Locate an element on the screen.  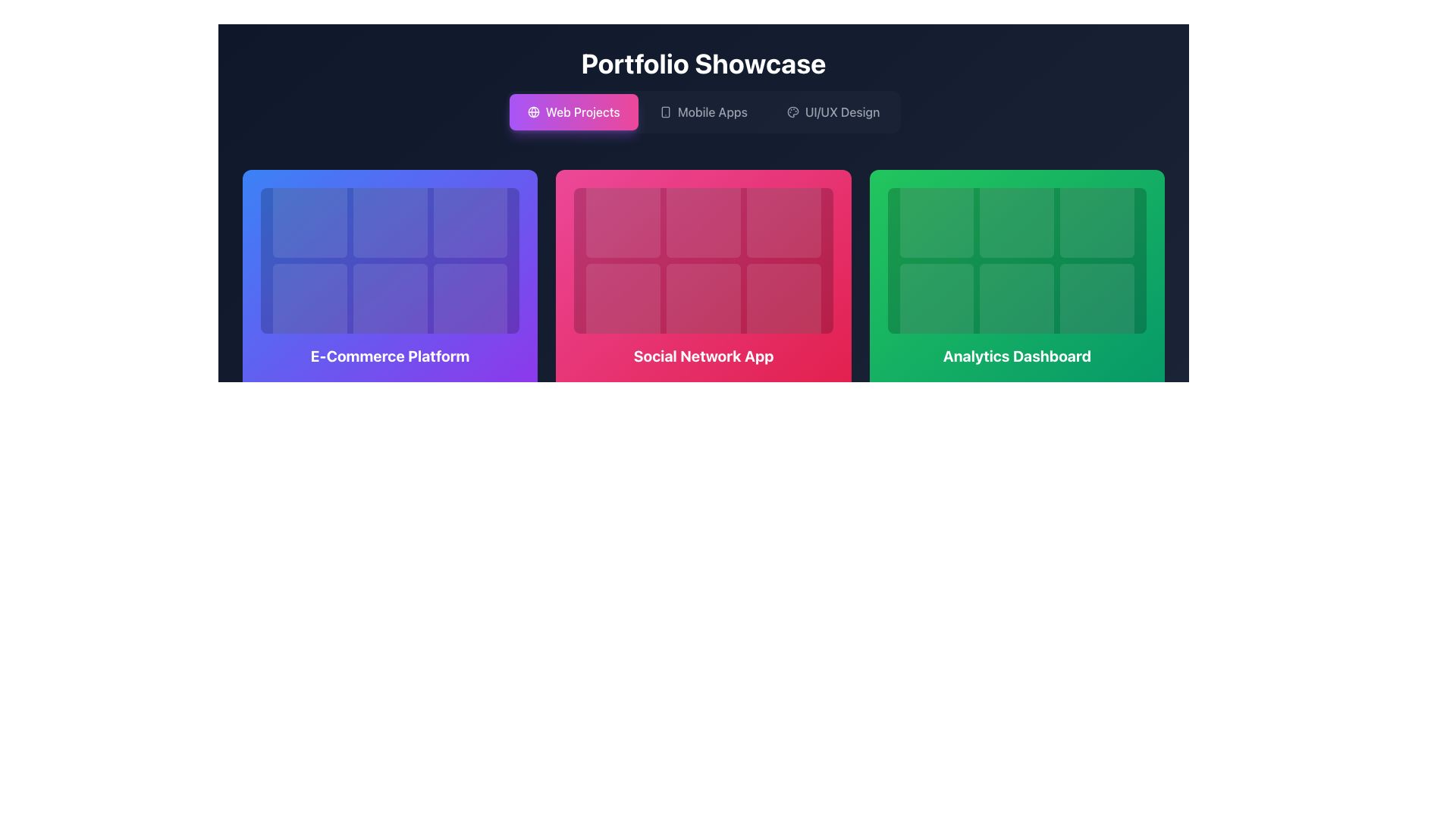
the top-center visual tile in the grid of items within the card labeled 'E-Commerce Platform' is located at coordinates (469, 221).